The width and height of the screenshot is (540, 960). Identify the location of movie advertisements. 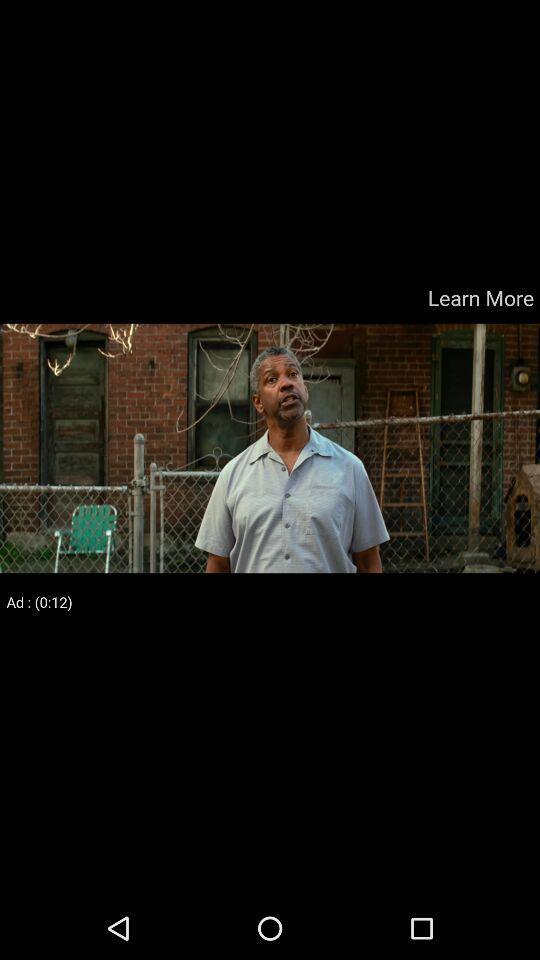
(270, 448).